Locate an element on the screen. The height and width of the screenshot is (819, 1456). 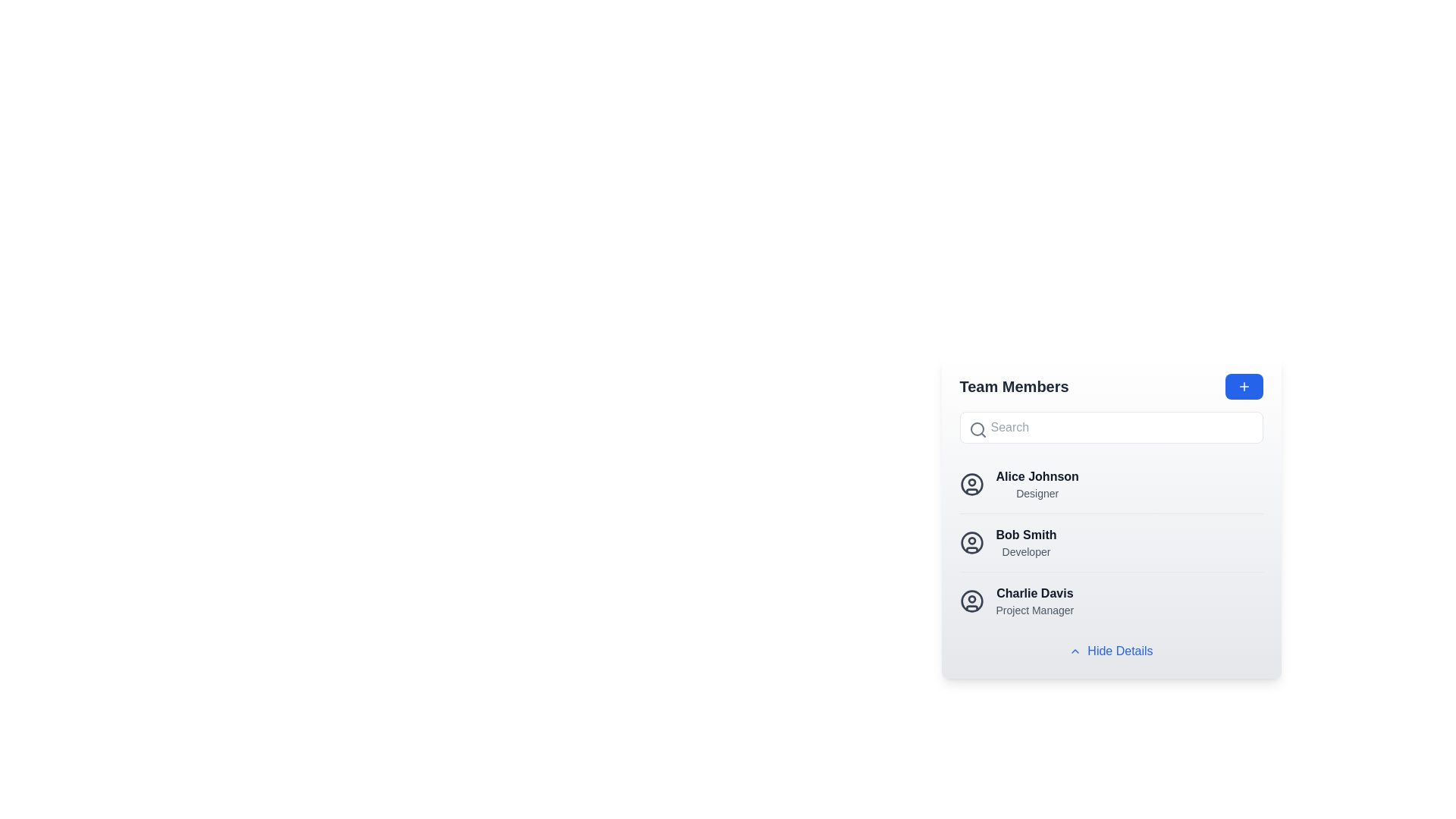
the 'Hide Details' text hyperlink styled in blue, located at the bottom of the 'Team Members' panel, to observe potential visual responses is located at coordinates (1120, 651).